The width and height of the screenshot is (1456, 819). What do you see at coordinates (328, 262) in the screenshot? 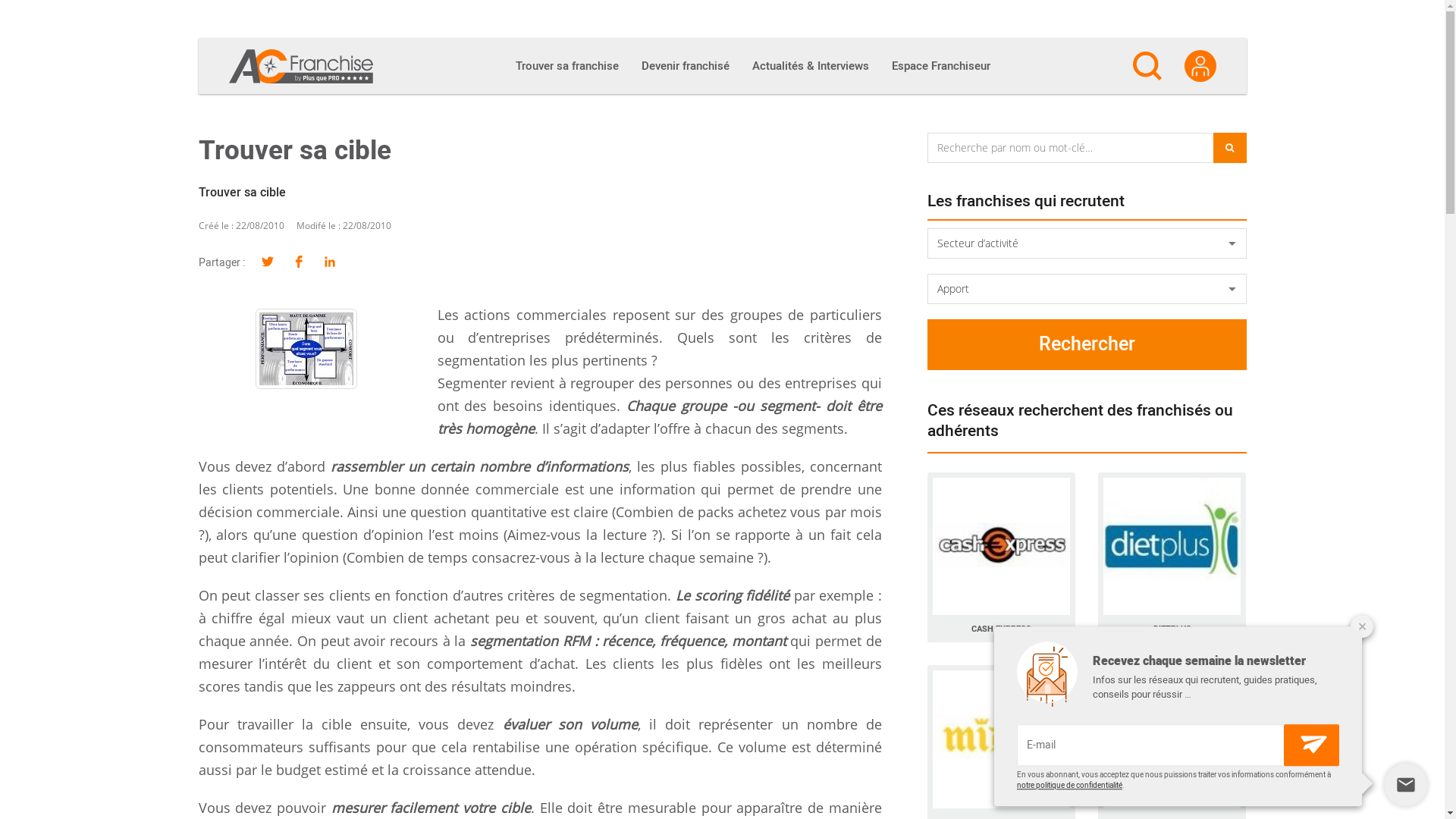
I see `'Share on LinkedIn'` at bounding box center [328, 262].